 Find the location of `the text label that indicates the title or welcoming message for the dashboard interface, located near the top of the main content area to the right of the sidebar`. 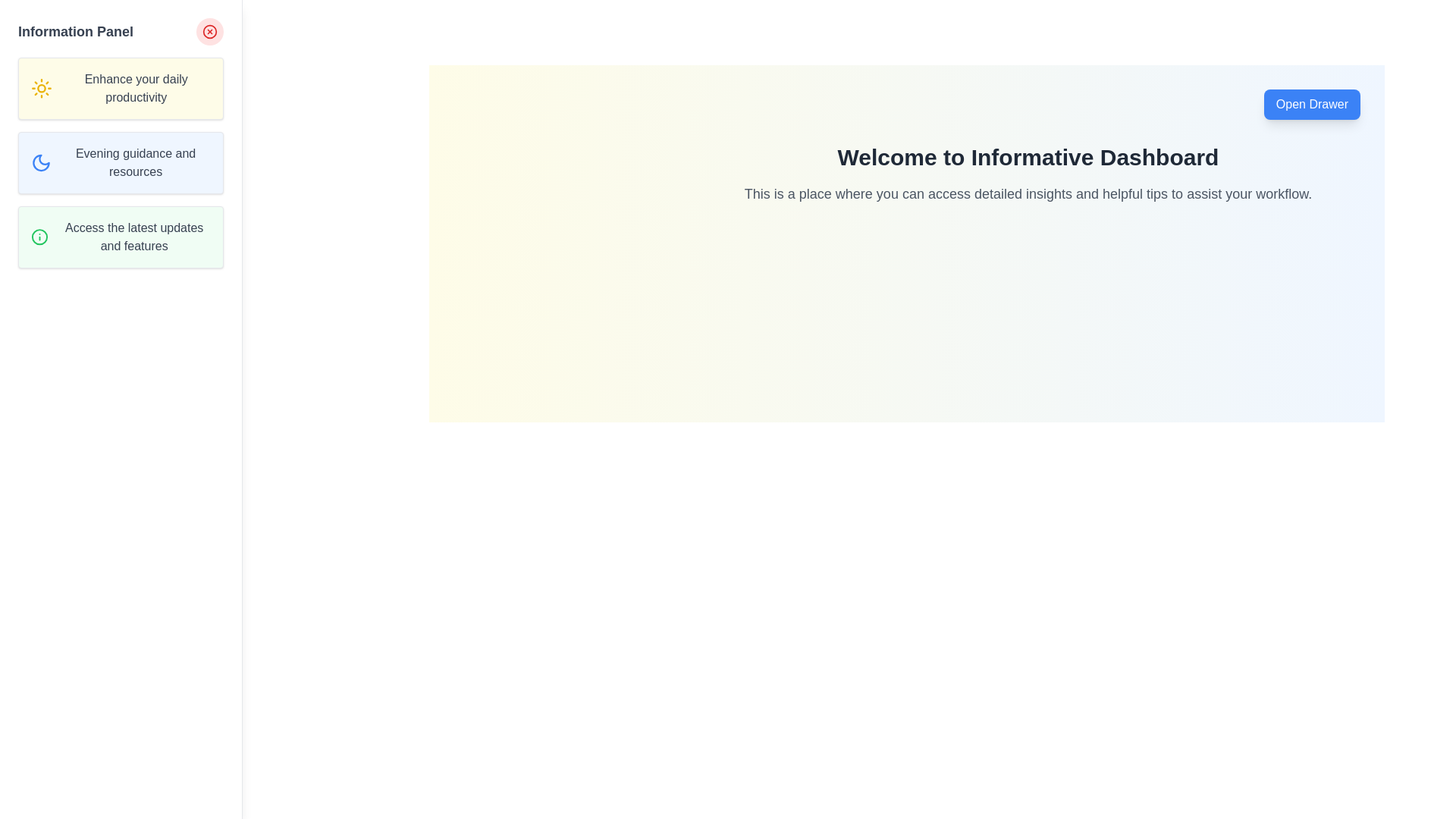

the text label that indicates the title or welcoming message for the dashboard interface, located near the top of the main content area to the right of the sidebar is located at coordinates (1028, 158).